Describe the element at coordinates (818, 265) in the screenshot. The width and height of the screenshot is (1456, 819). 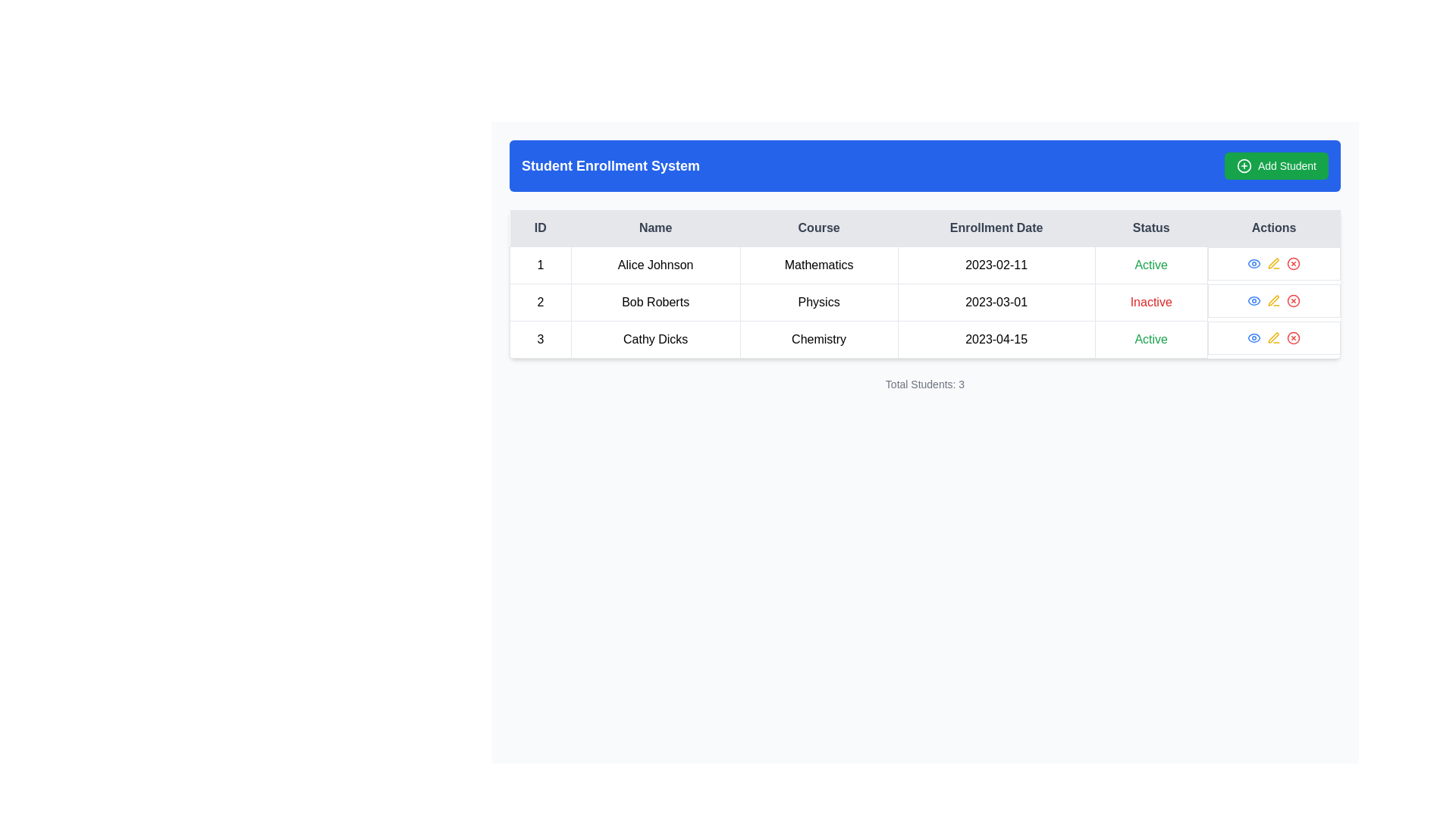
I see `the content of the Text Display Cell containing 'Mathematics', which is the third cell in the first row of the table related to student 'Alice Johnson'` at that location.